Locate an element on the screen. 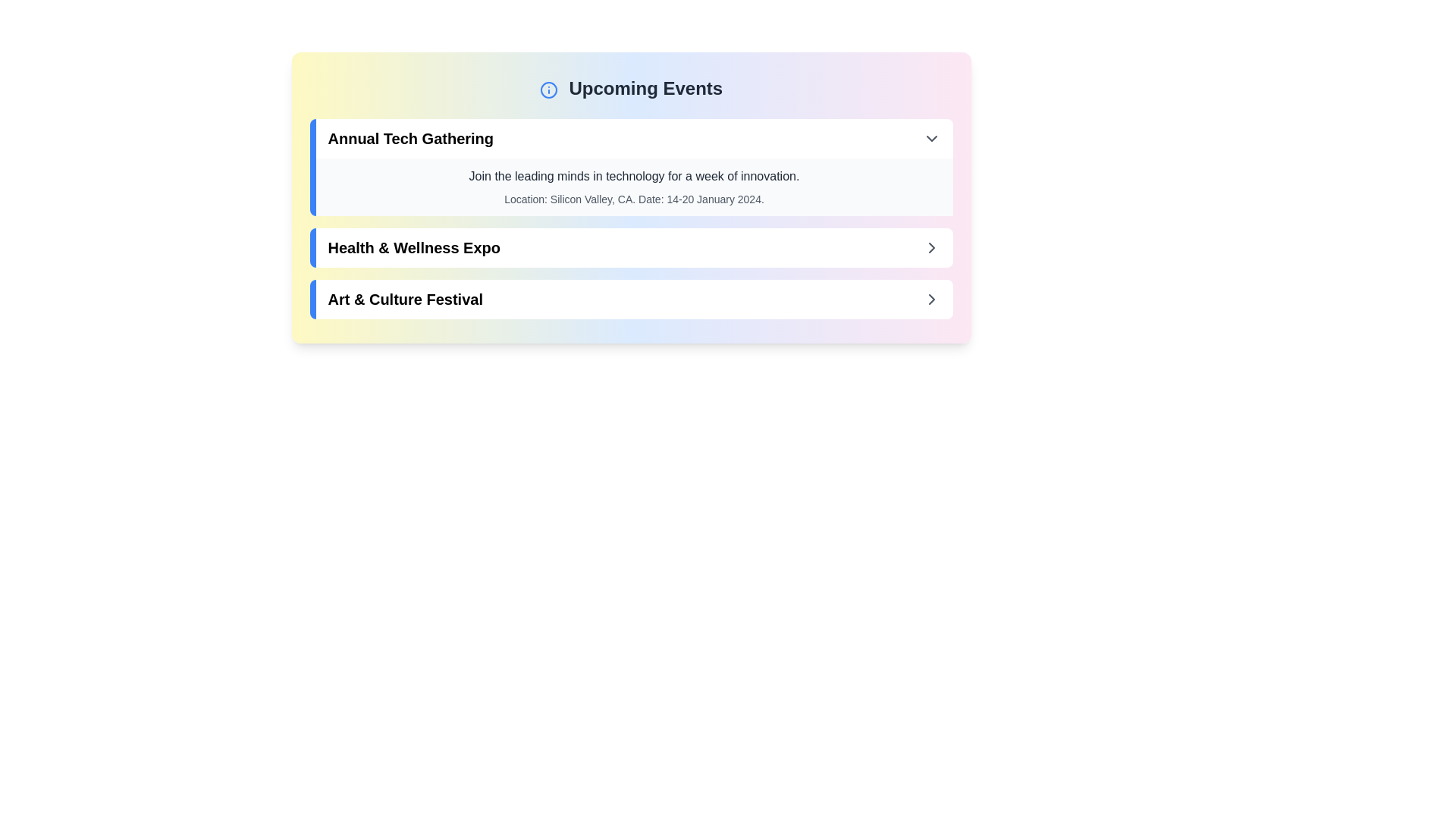 The width and height of the screenshot is (1456, 819). the third interactive card in the 'Upcoming Events' section is located at coordinates (634, 299).